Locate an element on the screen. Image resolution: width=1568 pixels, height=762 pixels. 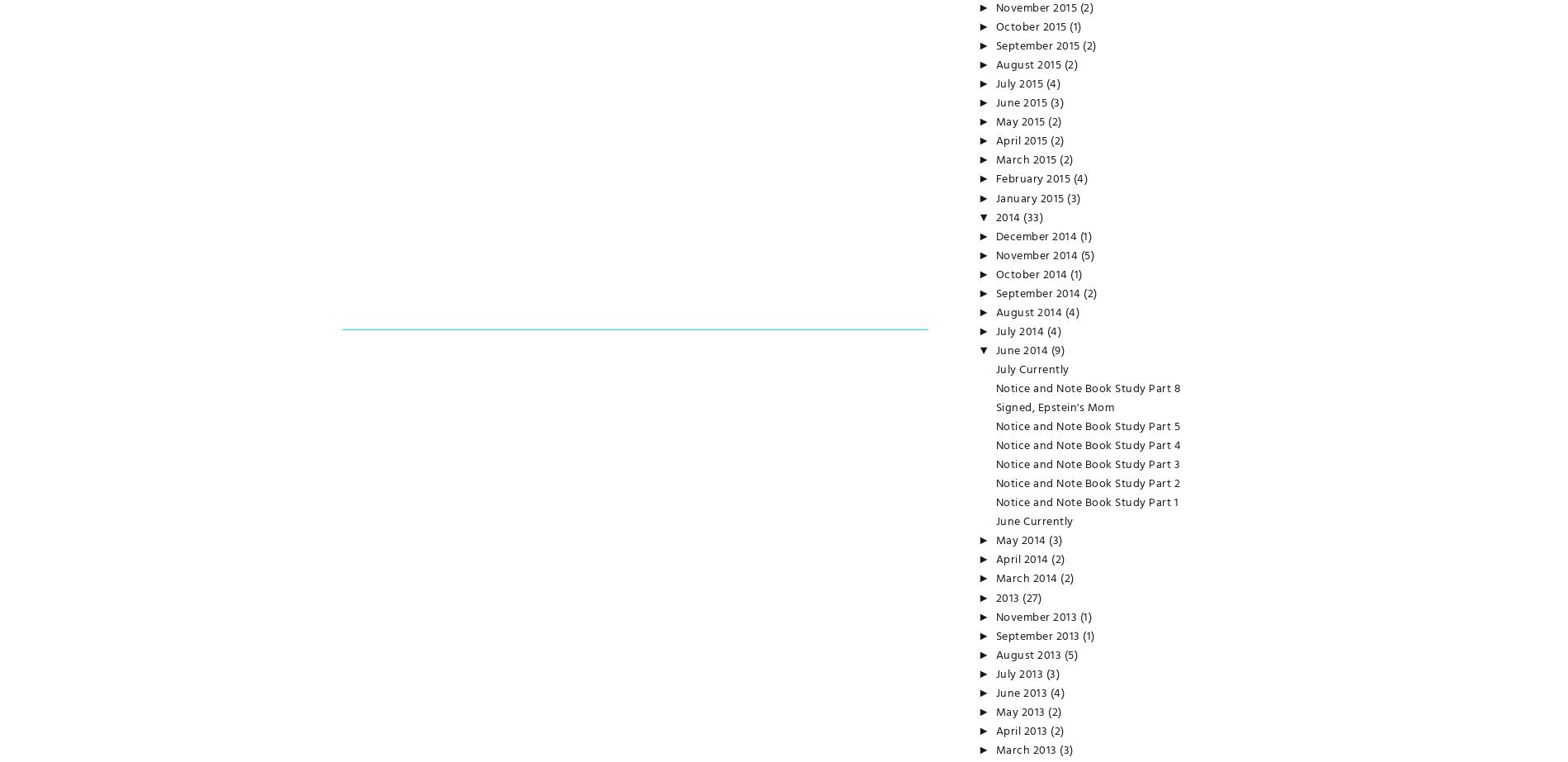
'June 2015' is located at coordinates (1021, 103).